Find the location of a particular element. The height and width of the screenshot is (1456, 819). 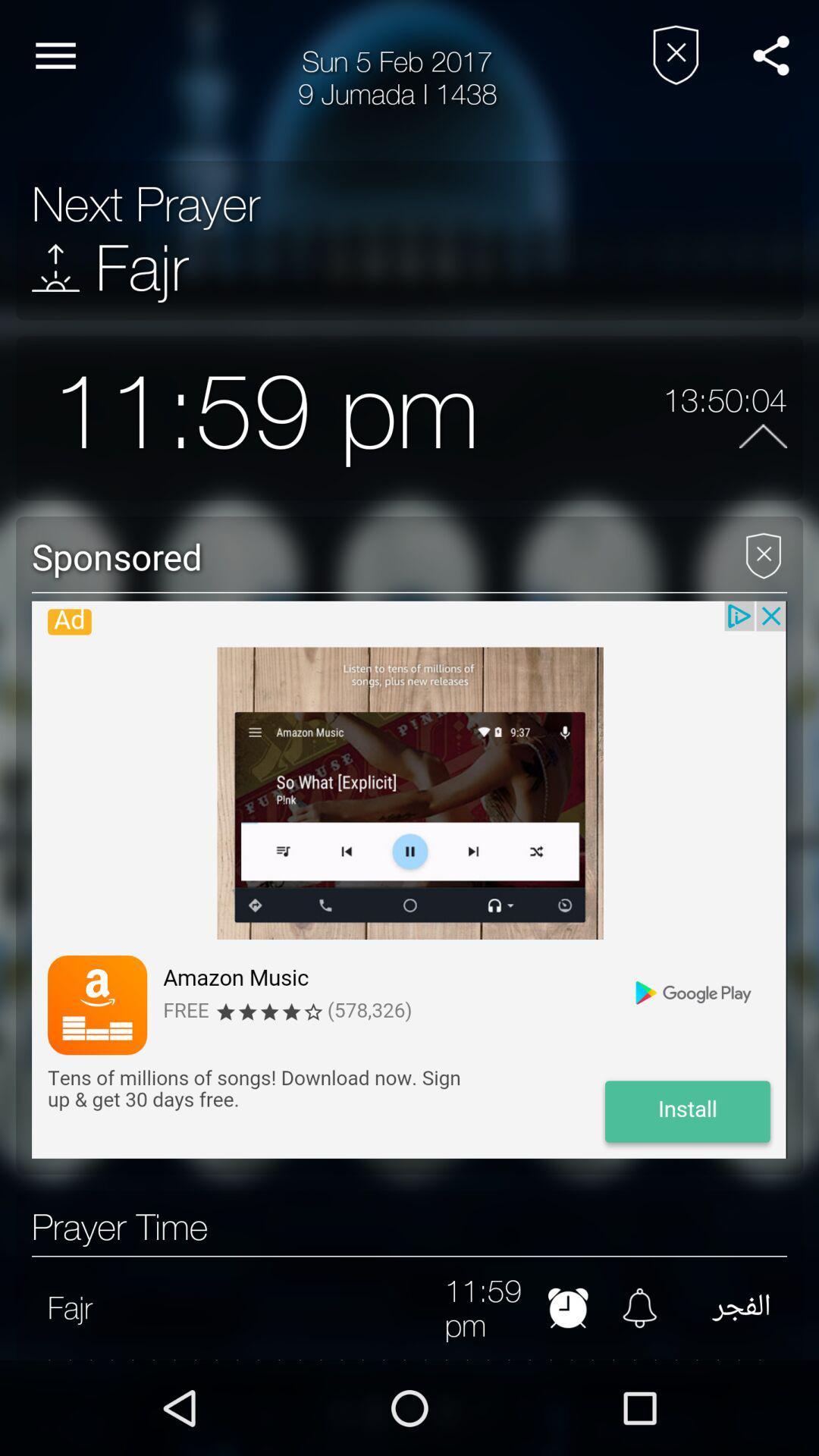

the sponsored item is located at coordinates (369, 555).